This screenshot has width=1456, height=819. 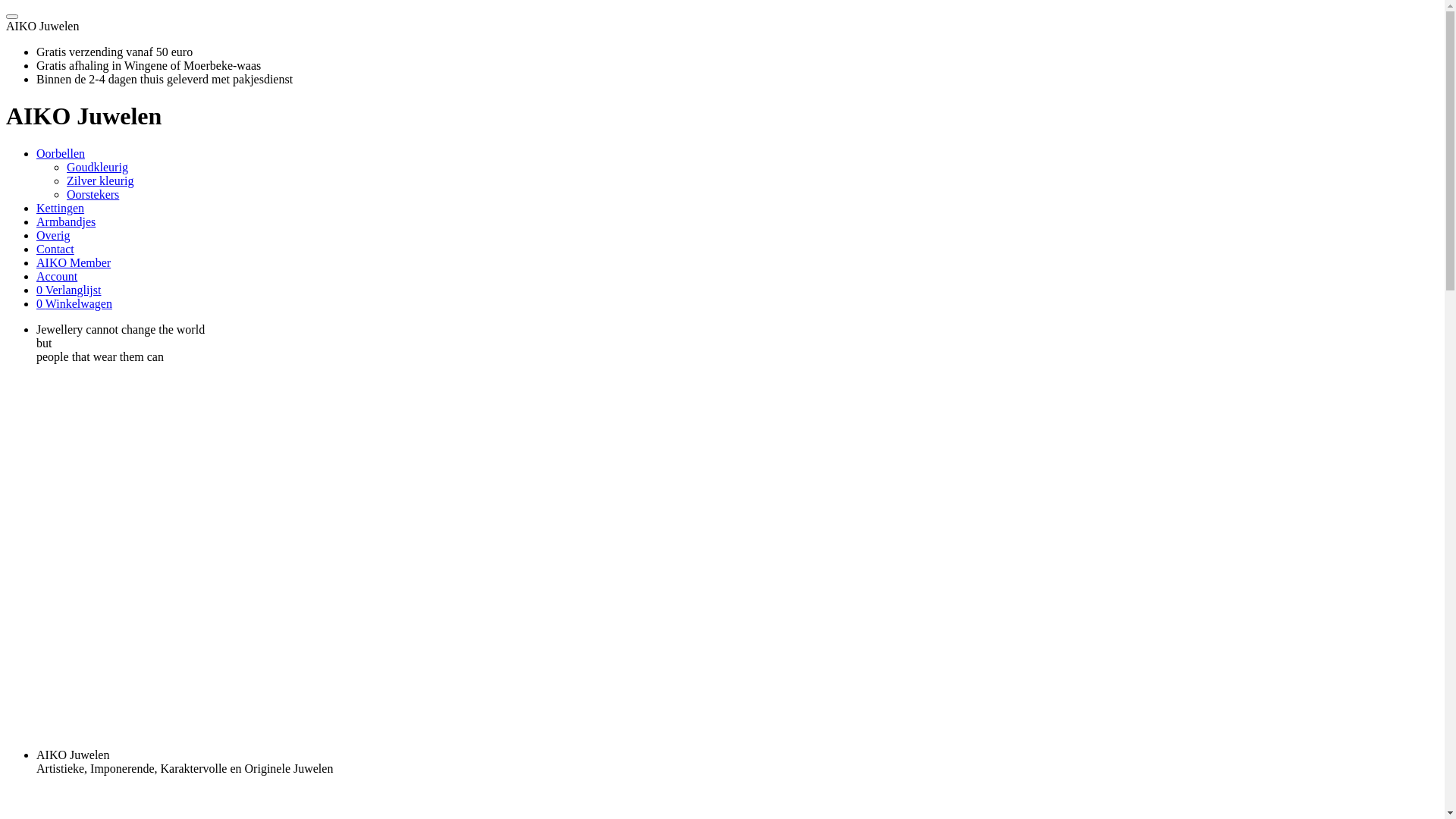 I want to click on 'AIKO Member', so click(x=36, y=262).